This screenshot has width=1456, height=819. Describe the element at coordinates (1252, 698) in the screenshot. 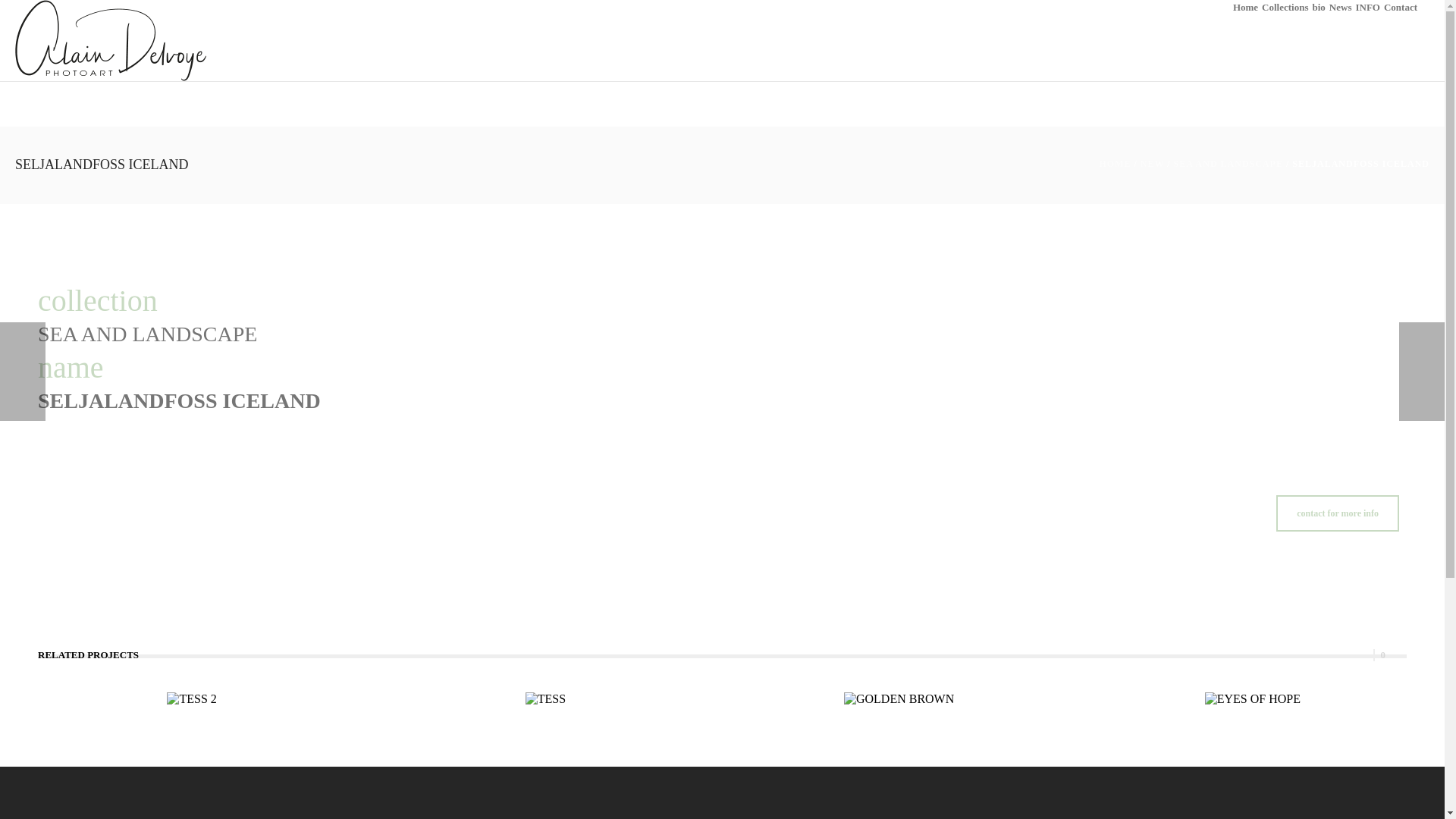

I see `'EYES OF HOPE'` at that location.